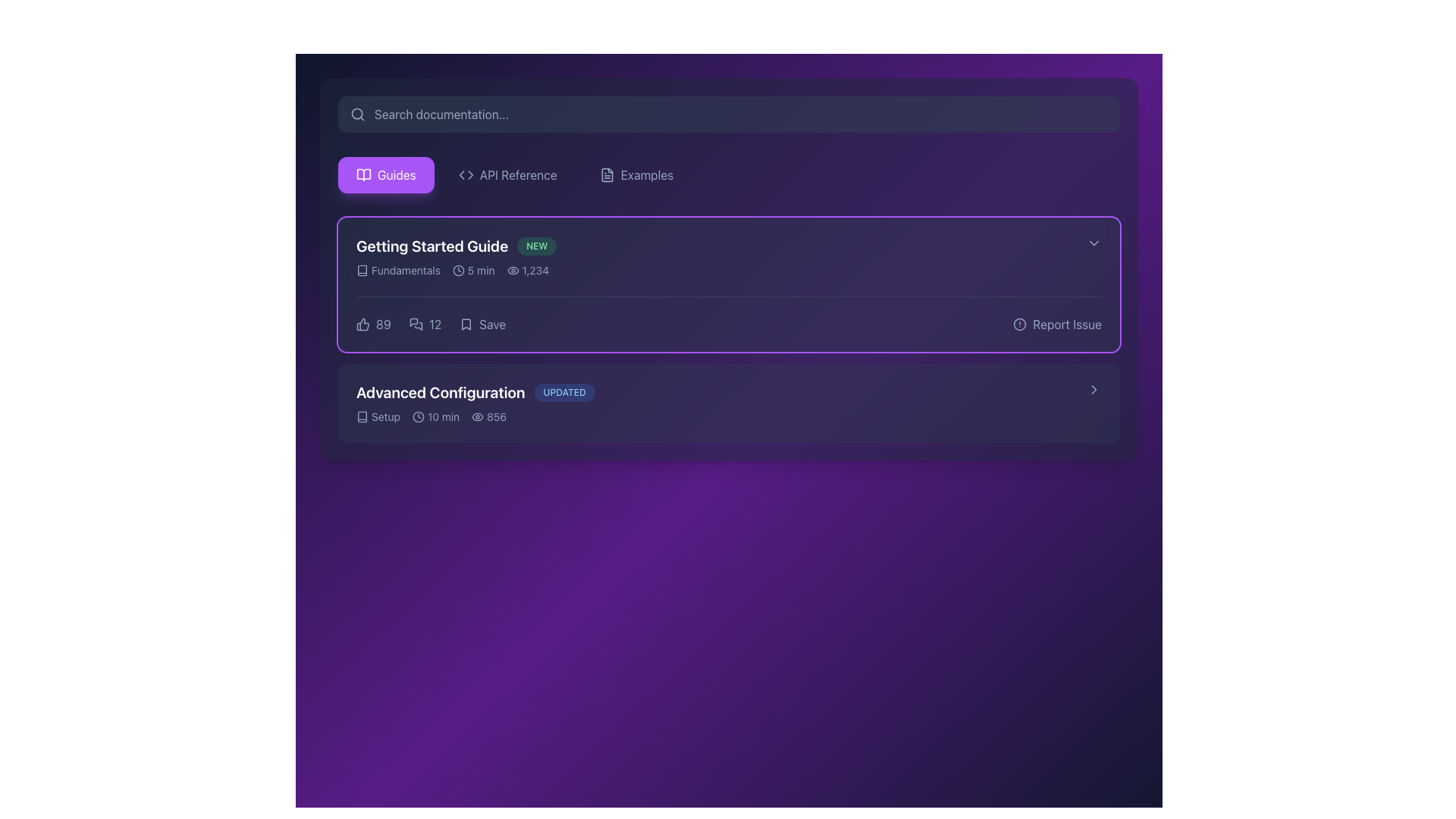  I want to click on the small book icon located next to the text 'Fundamentals' under the 'Getting Started Guide' section, so click(362, 270).